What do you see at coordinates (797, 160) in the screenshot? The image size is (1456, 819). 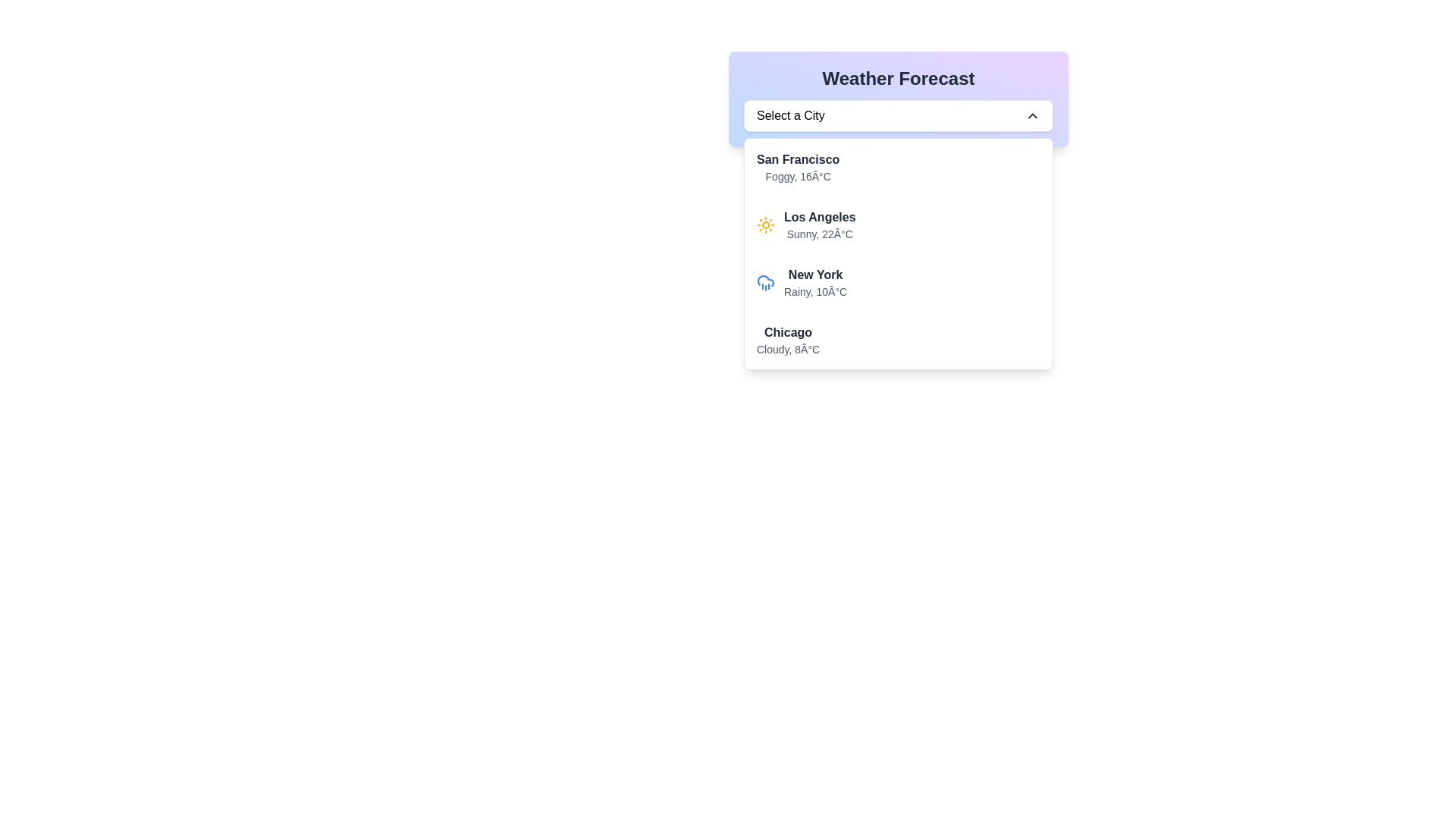 I see `the text label displaying 'San Francisco', which is in bold dark gray font and positioned at the top of the dropdown list of cities under the 'Weather Forecast' section` at bounding box center [797, 160].